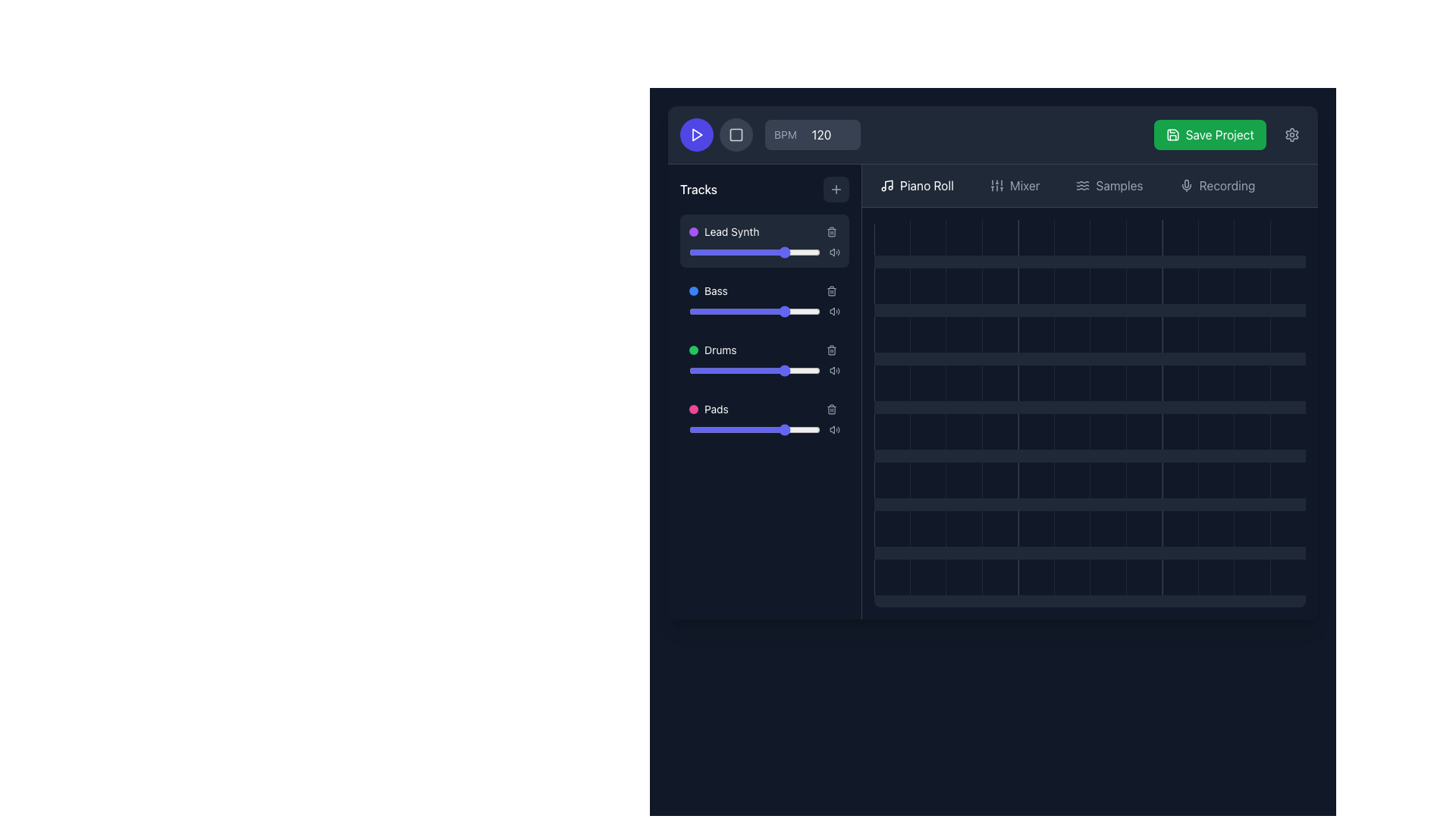 The image size is (1456, 819). What do you see at coordinates (769, 311) in the screenshot?
I see `the slider value` at bounding box center [769, 311].